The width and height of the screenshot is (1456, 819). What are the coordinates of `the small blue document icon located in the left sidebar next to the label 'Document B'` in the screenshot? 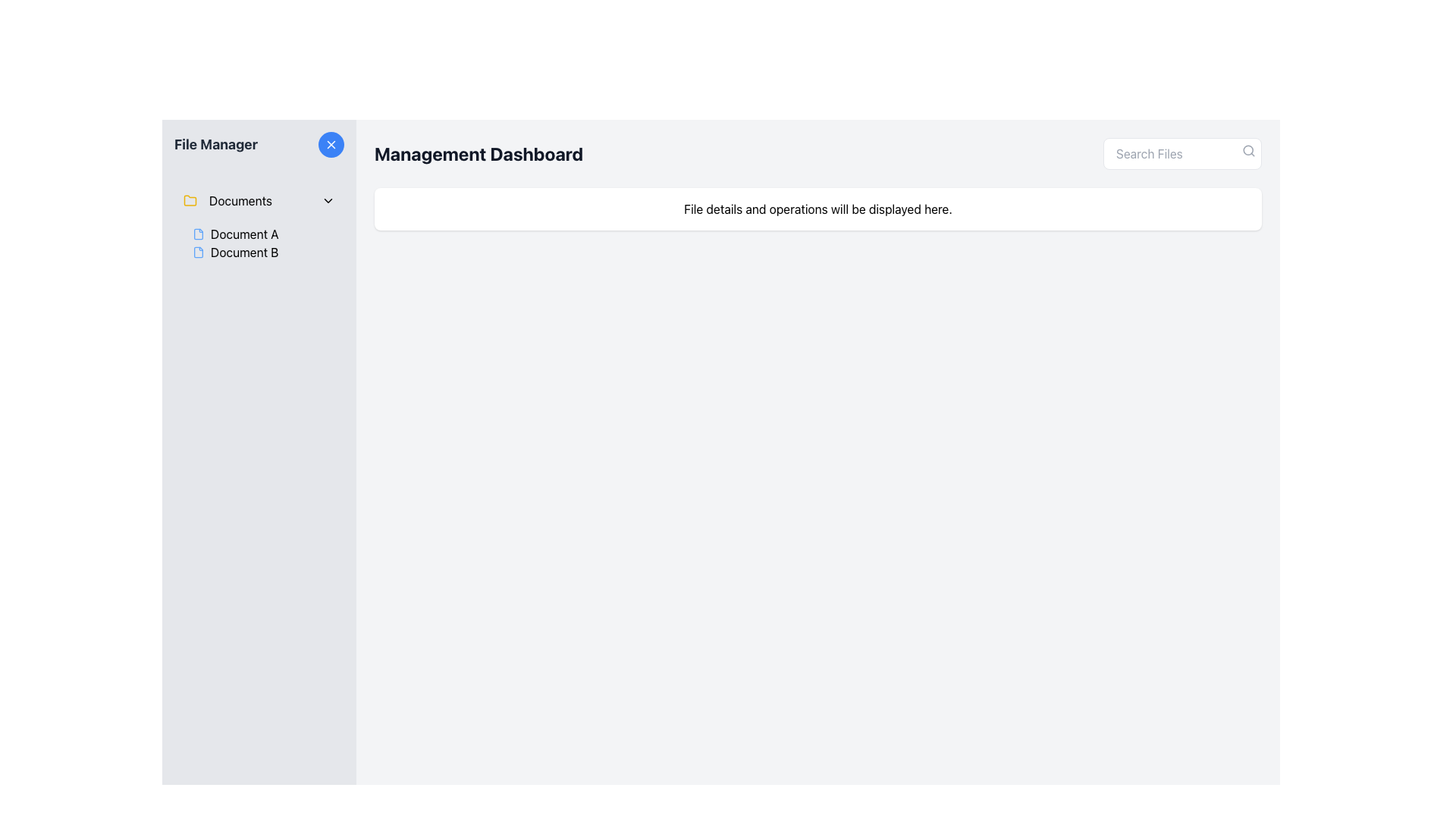 It's located at (198, 251).